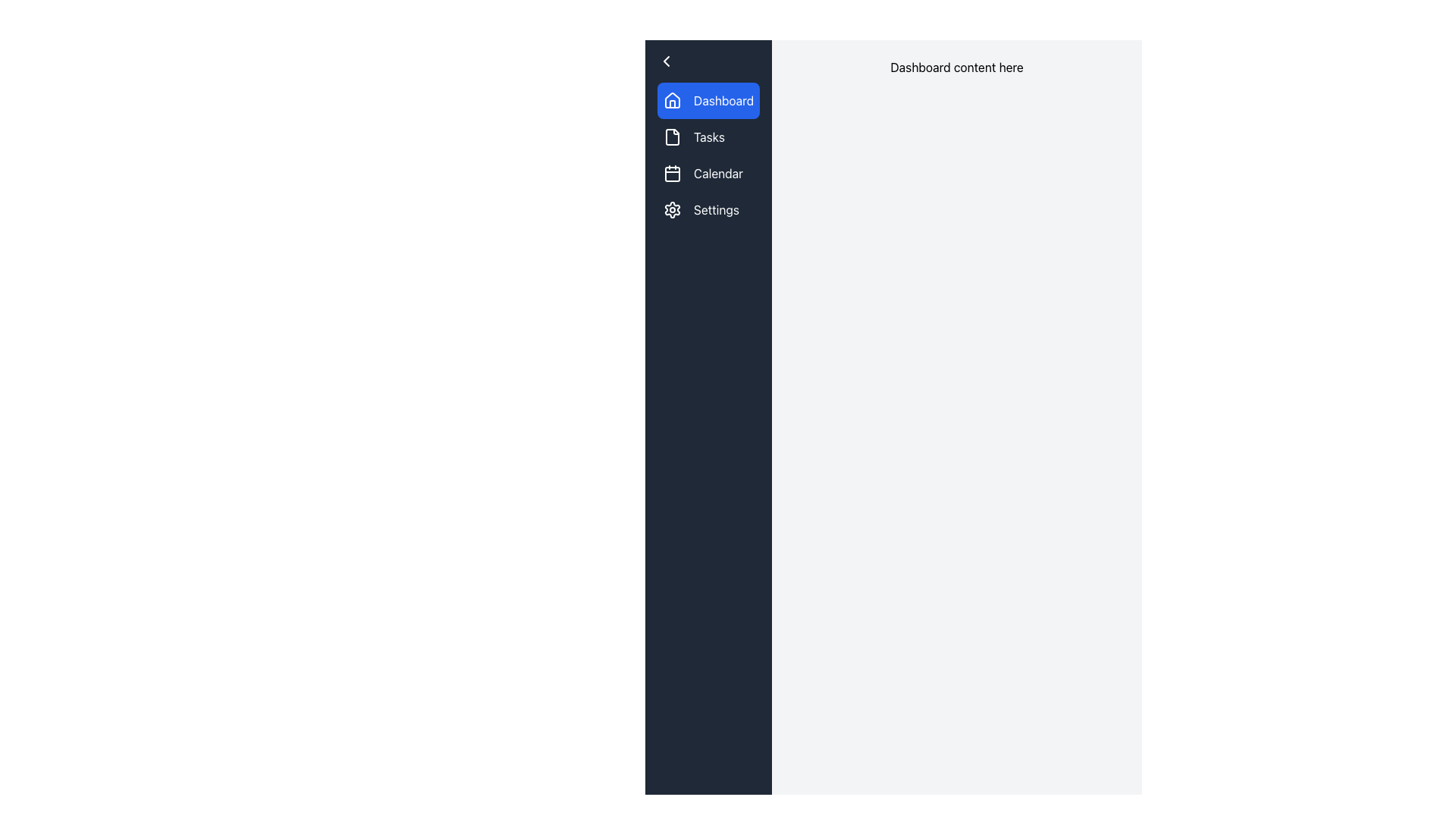  What do you see at coordinates (672, 137) in the screenshot?
I see `the file icon located to the left of the 'Tasks' text label, which is styled with a modern stroke-based design and is the first of two icons in the navigation option for tasks` at bounding box center [672, 137].